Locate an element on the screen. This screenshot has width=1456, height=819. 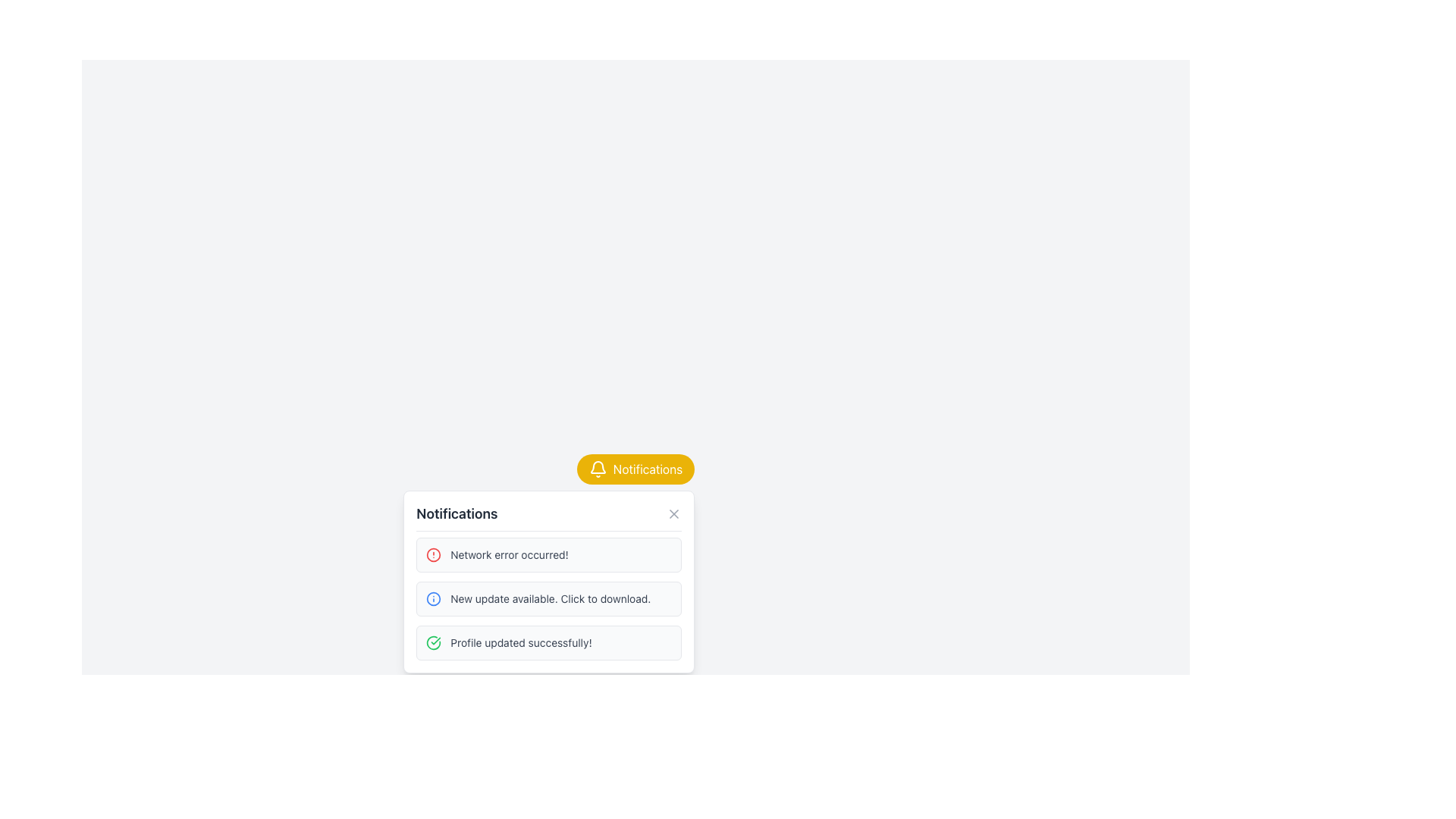
the third notification item in the Notifications dialog to interact with it, which indicates a successful profile update is located at coordinates (548, 643).